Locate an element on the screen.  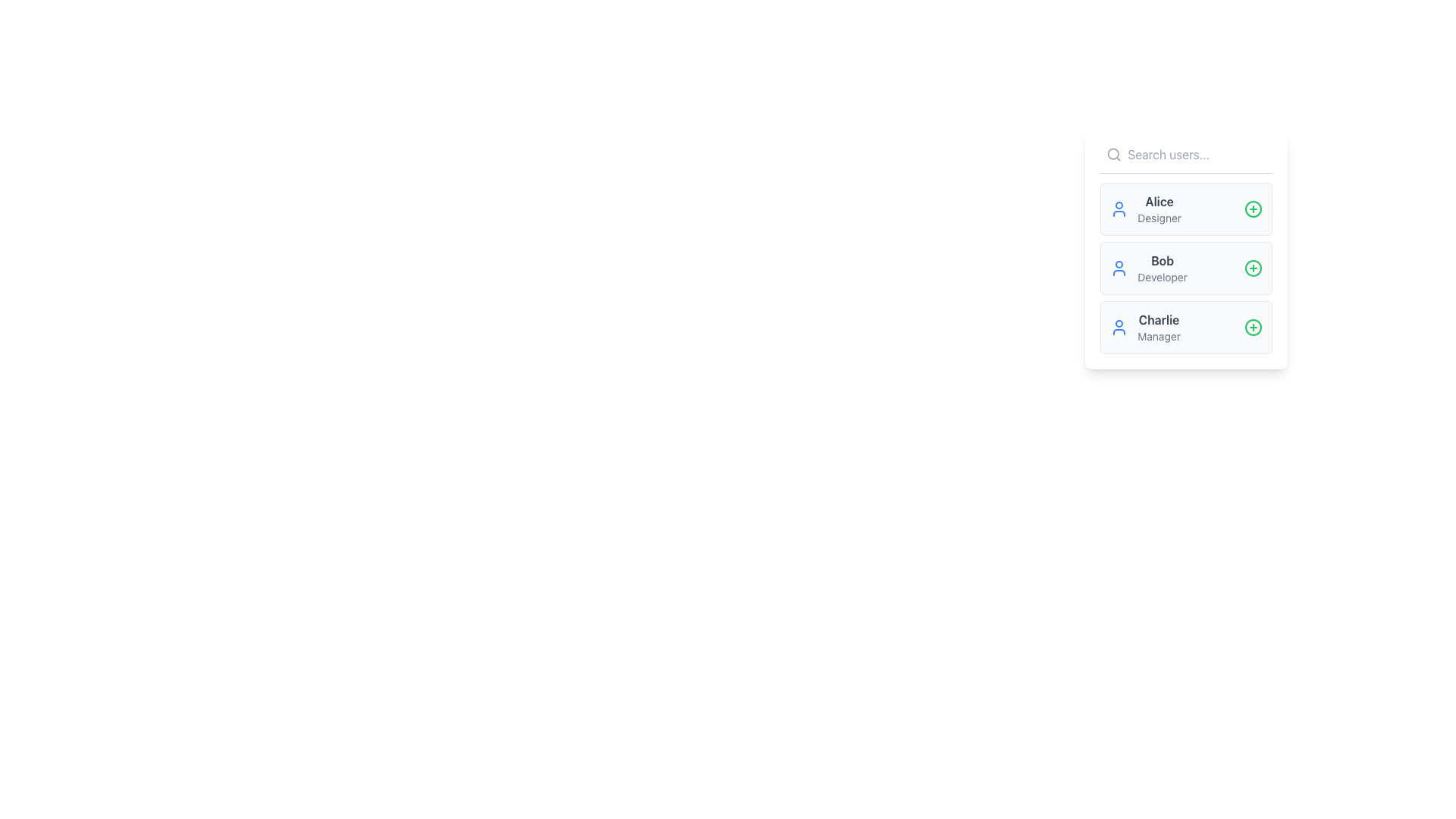
the third list item containing user information with the name 'Charlie' and the role 'Manager' is located at coordinates (1185, 327).